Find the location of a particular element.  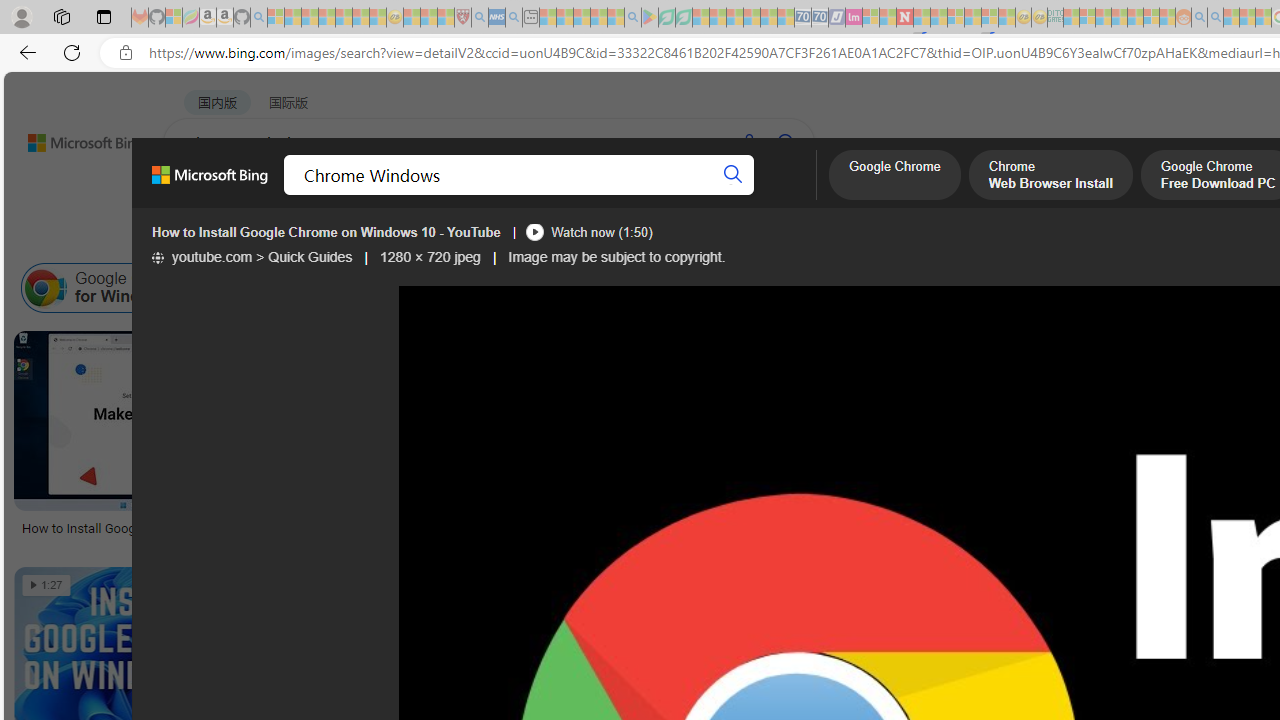

'Trusted Community Engagement and Contributions | Guidelines' is located at coordinates (921, 17).